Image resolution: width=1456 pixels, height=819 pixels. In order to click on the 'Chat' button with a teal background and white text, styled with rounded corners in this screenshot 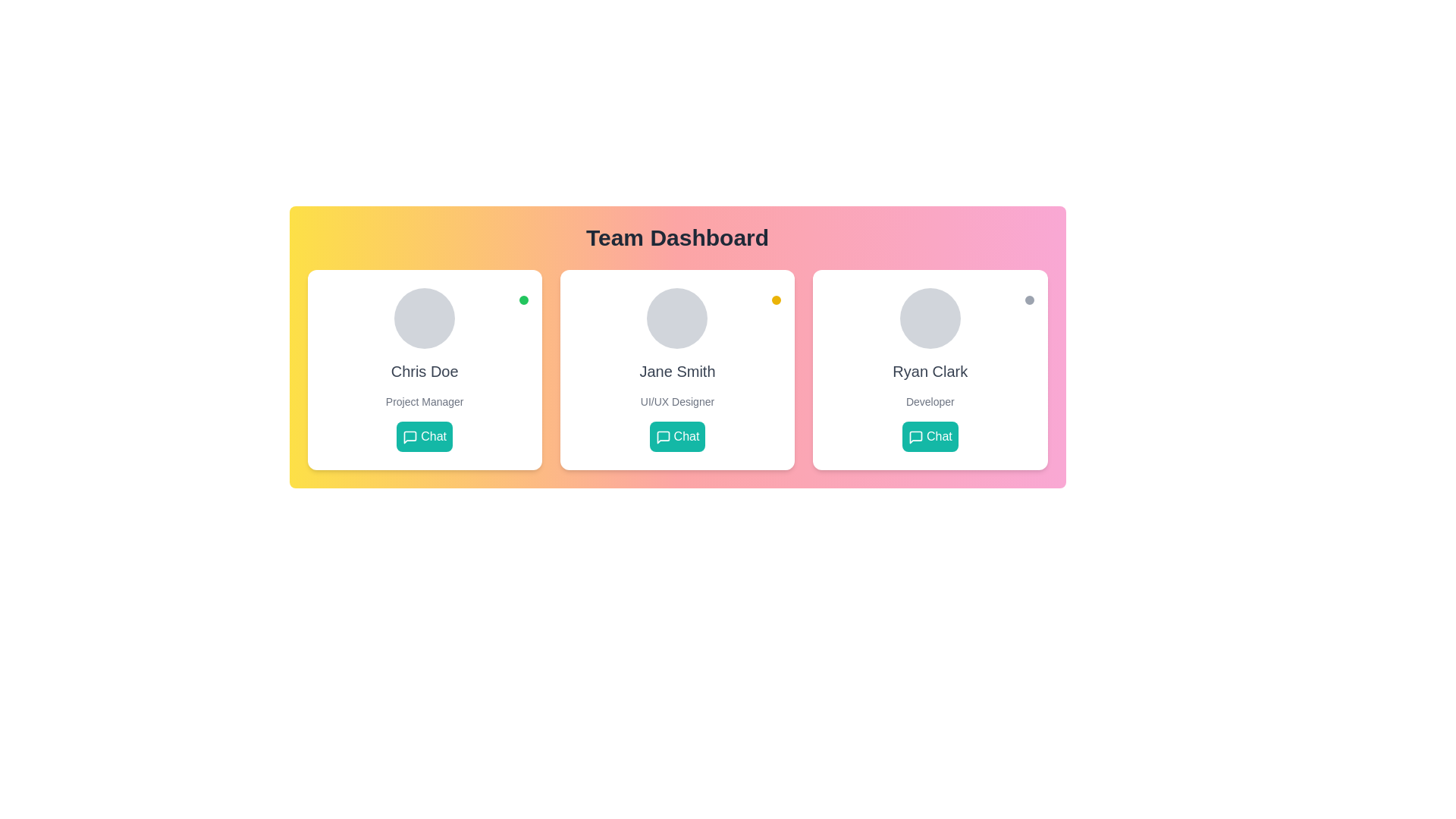, I will do `click(676, 436)`.